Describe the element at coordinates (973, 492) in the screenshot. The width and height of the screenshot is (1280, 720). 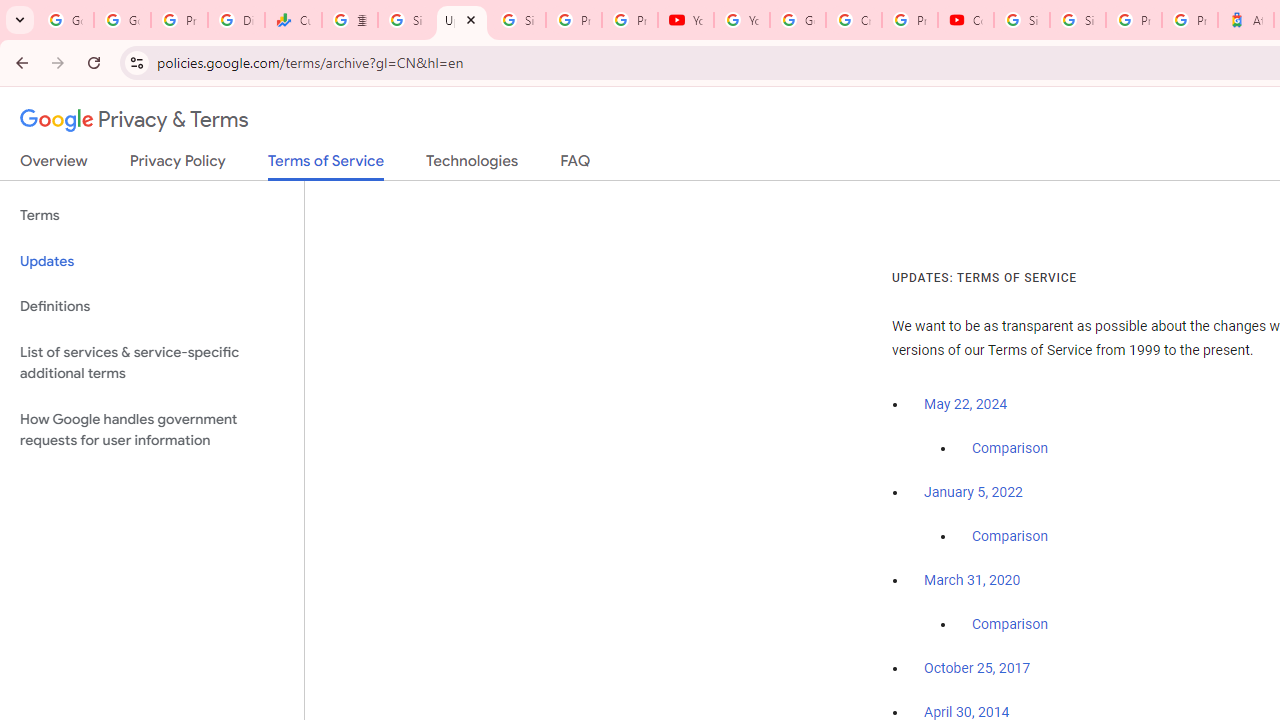
I see `'January 5, 2022'` at that location.